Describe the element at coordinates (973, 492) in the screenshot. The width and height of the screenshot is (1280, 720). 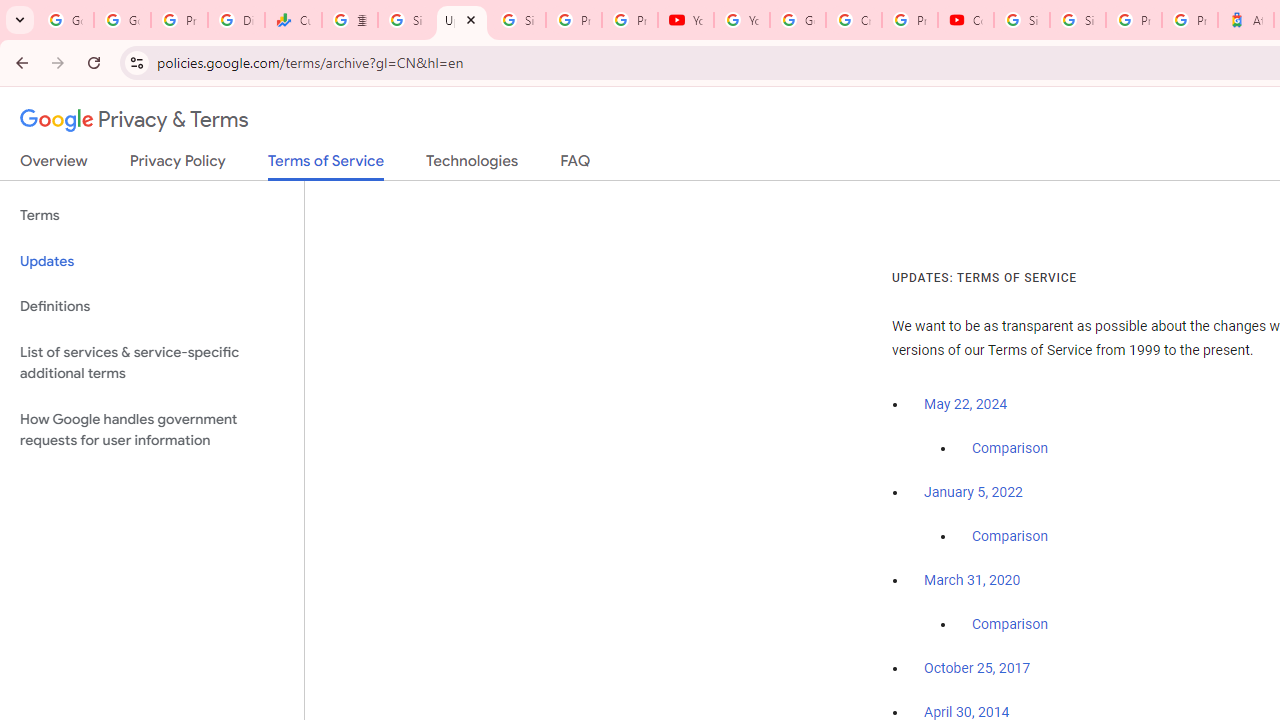
I see `'January 5, 2022'` at that location.